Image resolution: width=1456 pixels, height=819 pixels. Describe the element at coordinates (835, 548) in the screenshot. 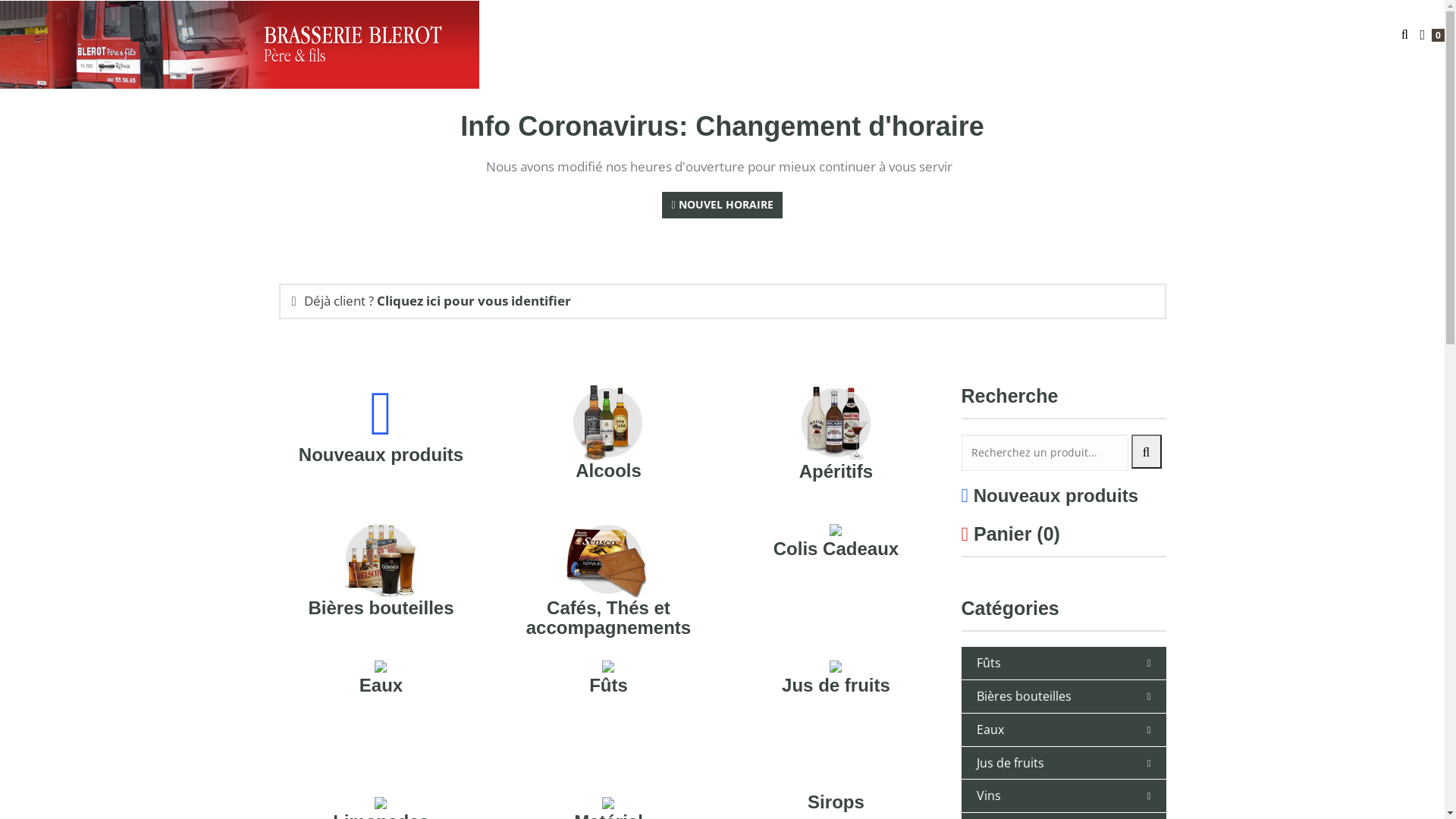

I see `'Colis Cadeaux'` at that location.